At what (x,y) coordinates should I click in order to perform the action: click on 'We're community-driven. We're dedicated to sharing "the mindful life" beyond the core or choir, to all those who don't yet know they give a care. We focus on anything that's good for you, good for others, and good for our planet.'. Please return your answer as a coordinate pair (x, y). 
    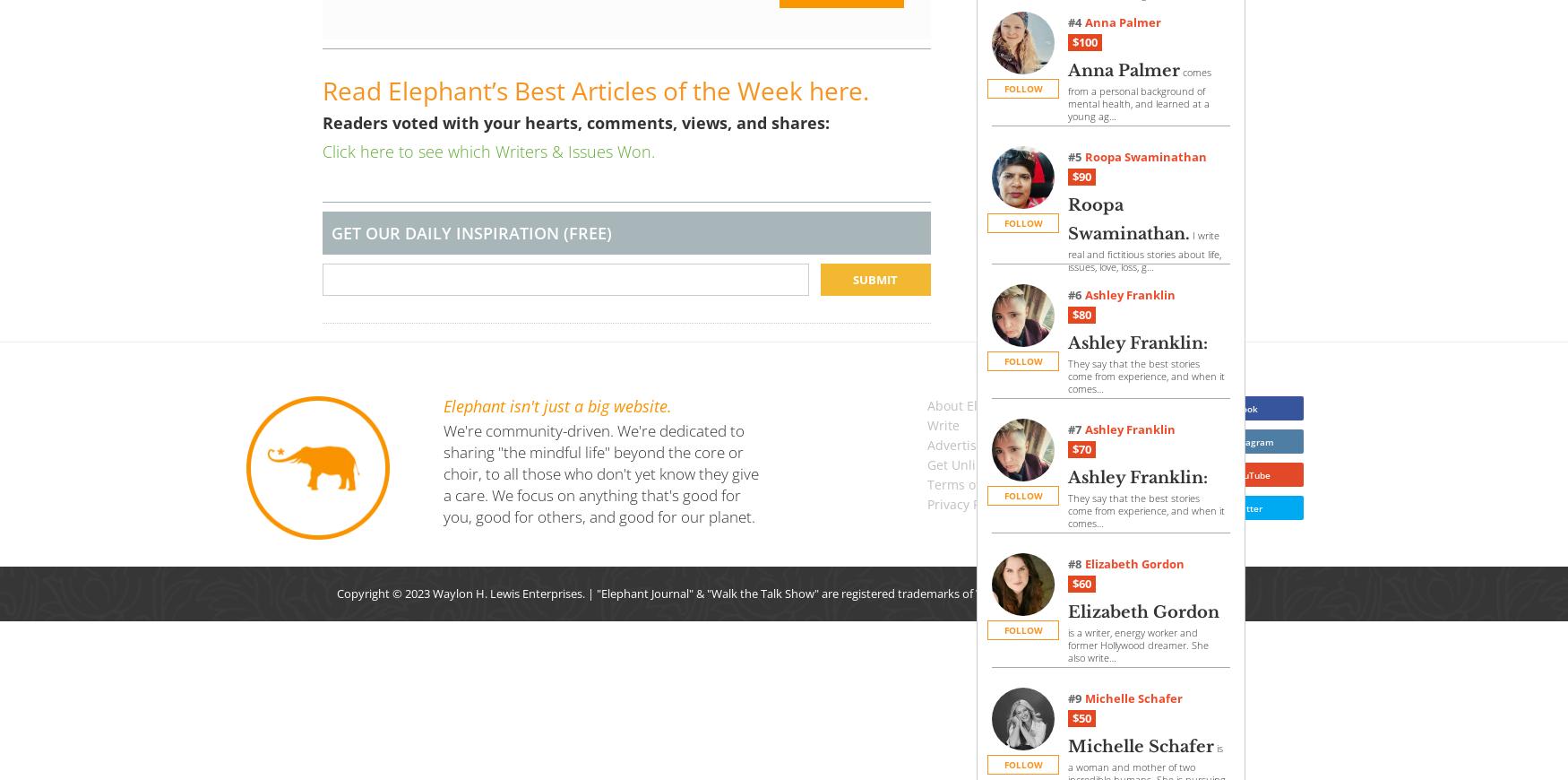
    Looking at the image, I should click on (599, 472).